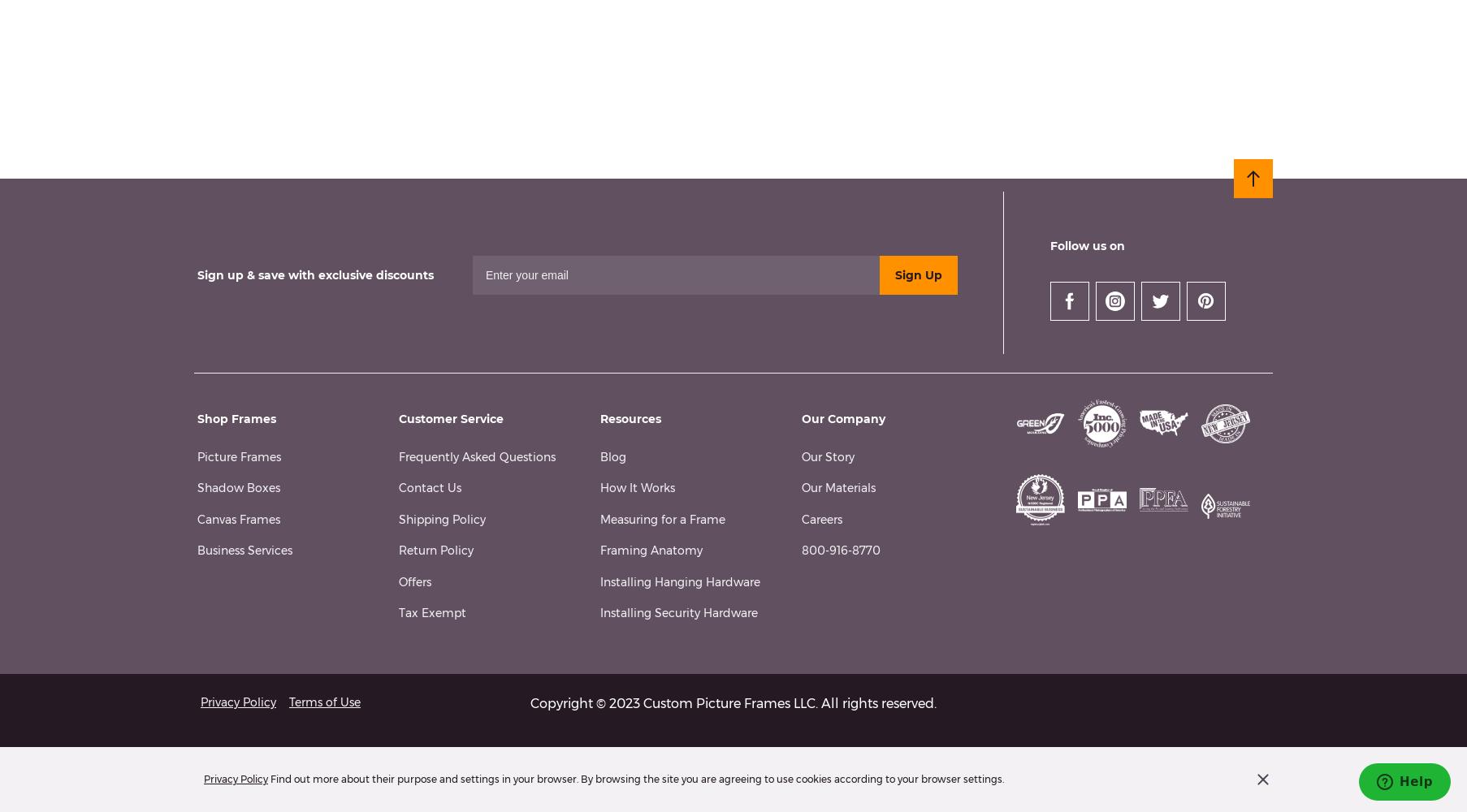 The height and width of the screenshot is (812, 1467). Describe the element at coordinates (414, 581) in the screenshot. I see `'Offers'` at that location.